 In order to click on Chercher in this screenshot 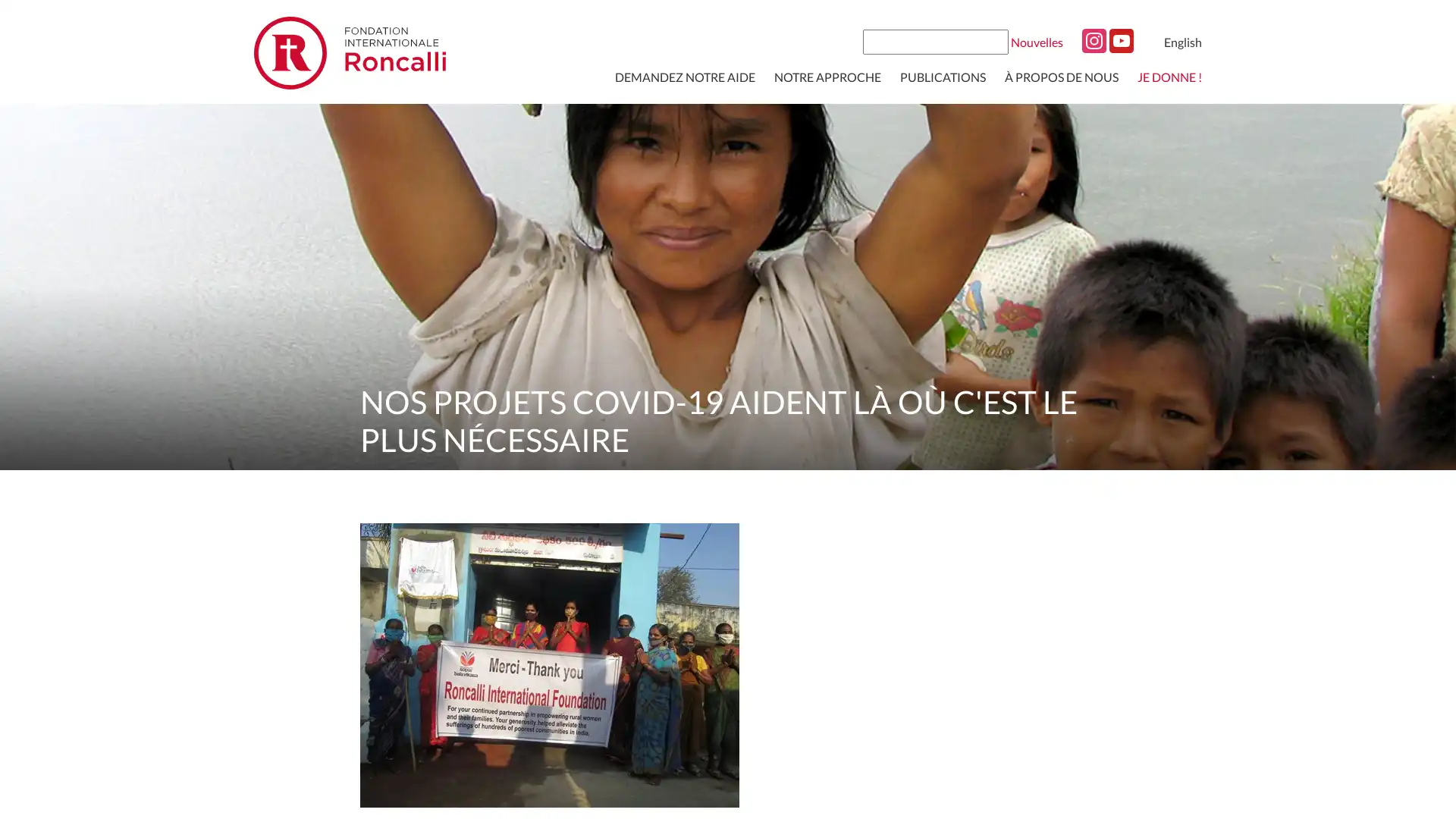, I will do `click(995, 40)`.